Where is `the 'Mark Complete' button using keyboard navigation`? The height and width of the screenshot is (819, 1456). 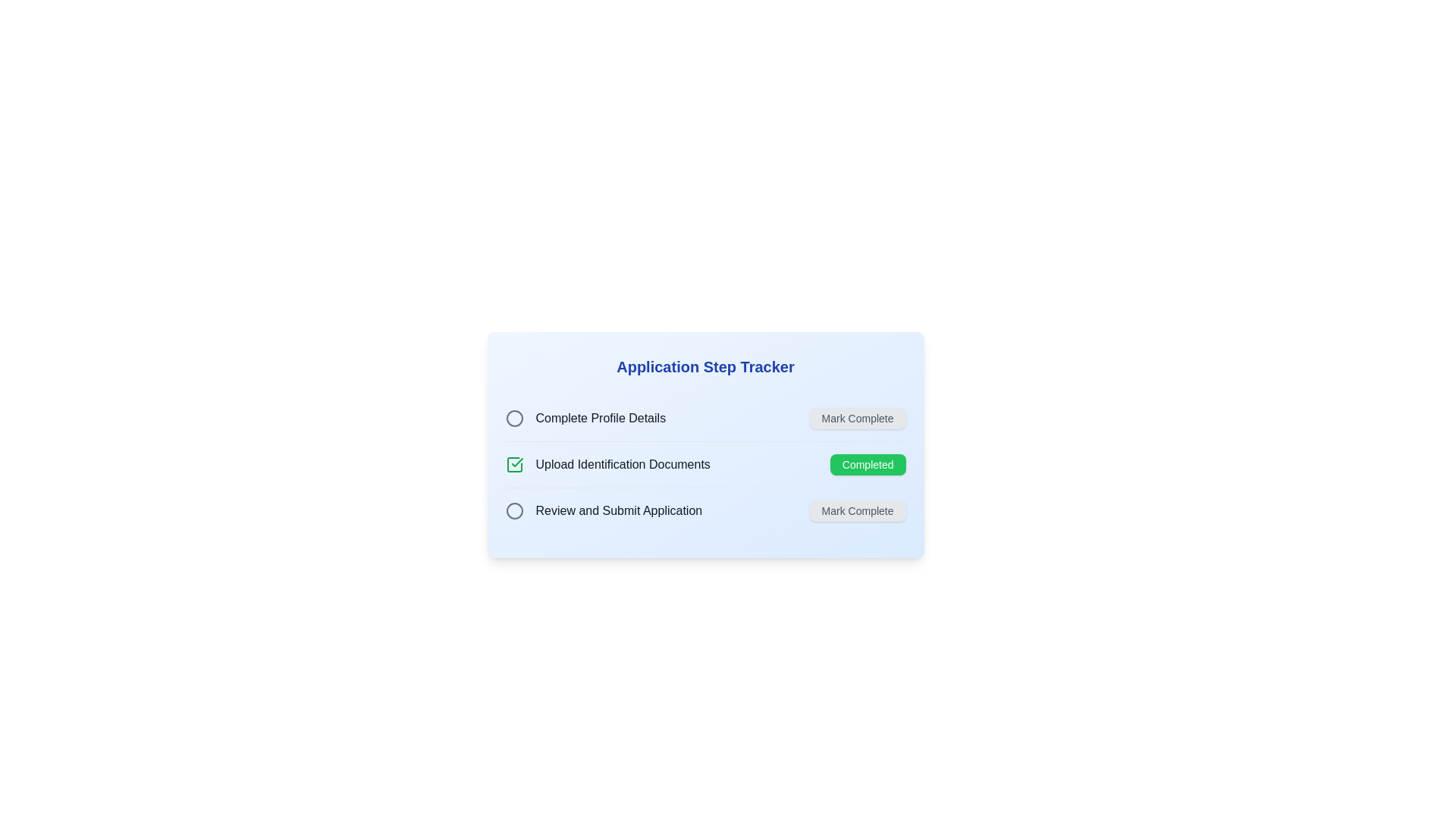
the 'Mark Complete' button using keyboard navigation is located at coordinates (858, 418).